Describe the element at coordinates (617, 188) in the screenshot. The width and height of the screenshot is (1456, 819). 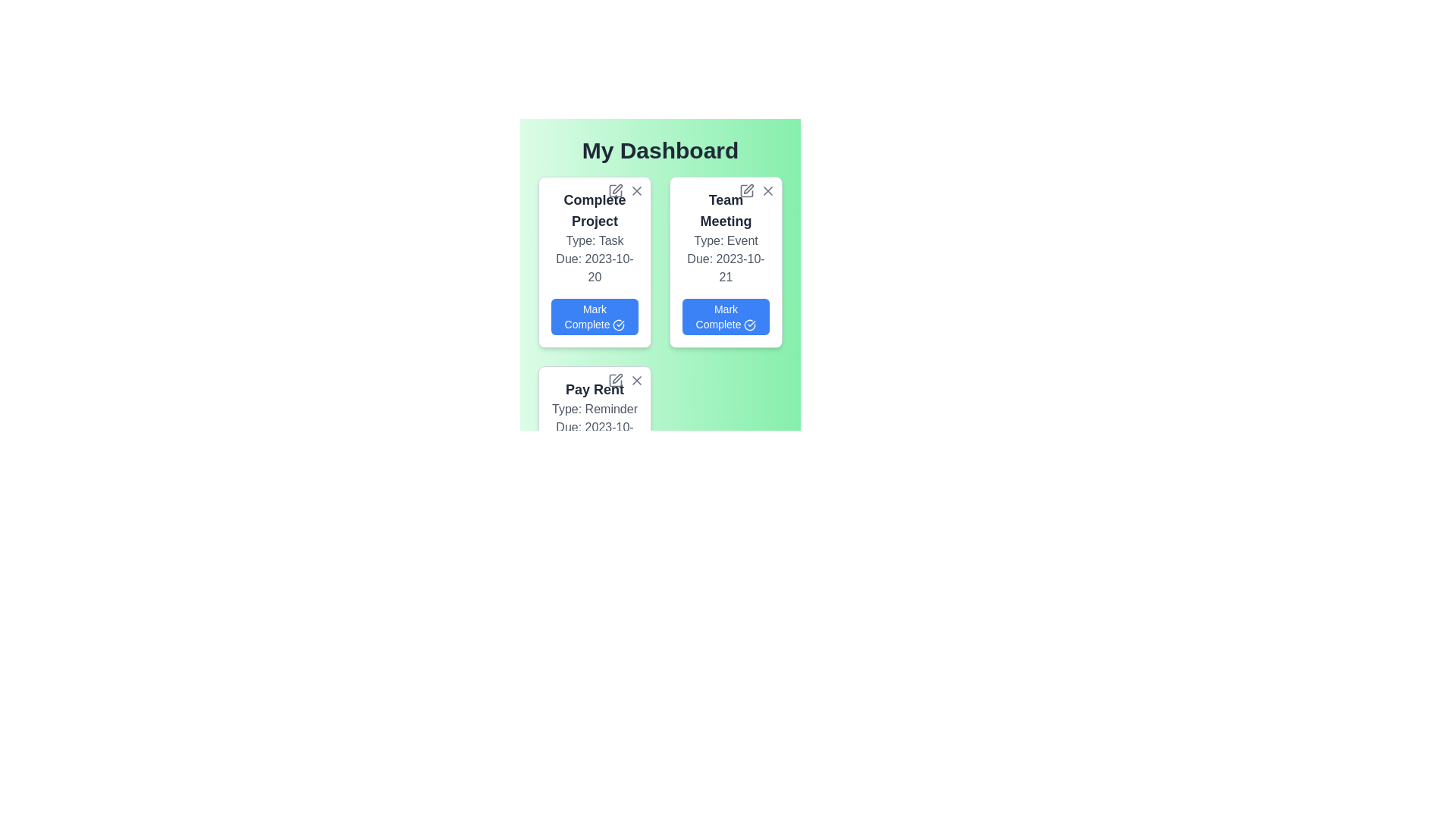
I see `the icon button resembling a pen located in the top-right corner of the 'Complete Project' card, adjacent to the 'x' close icon` at that location.